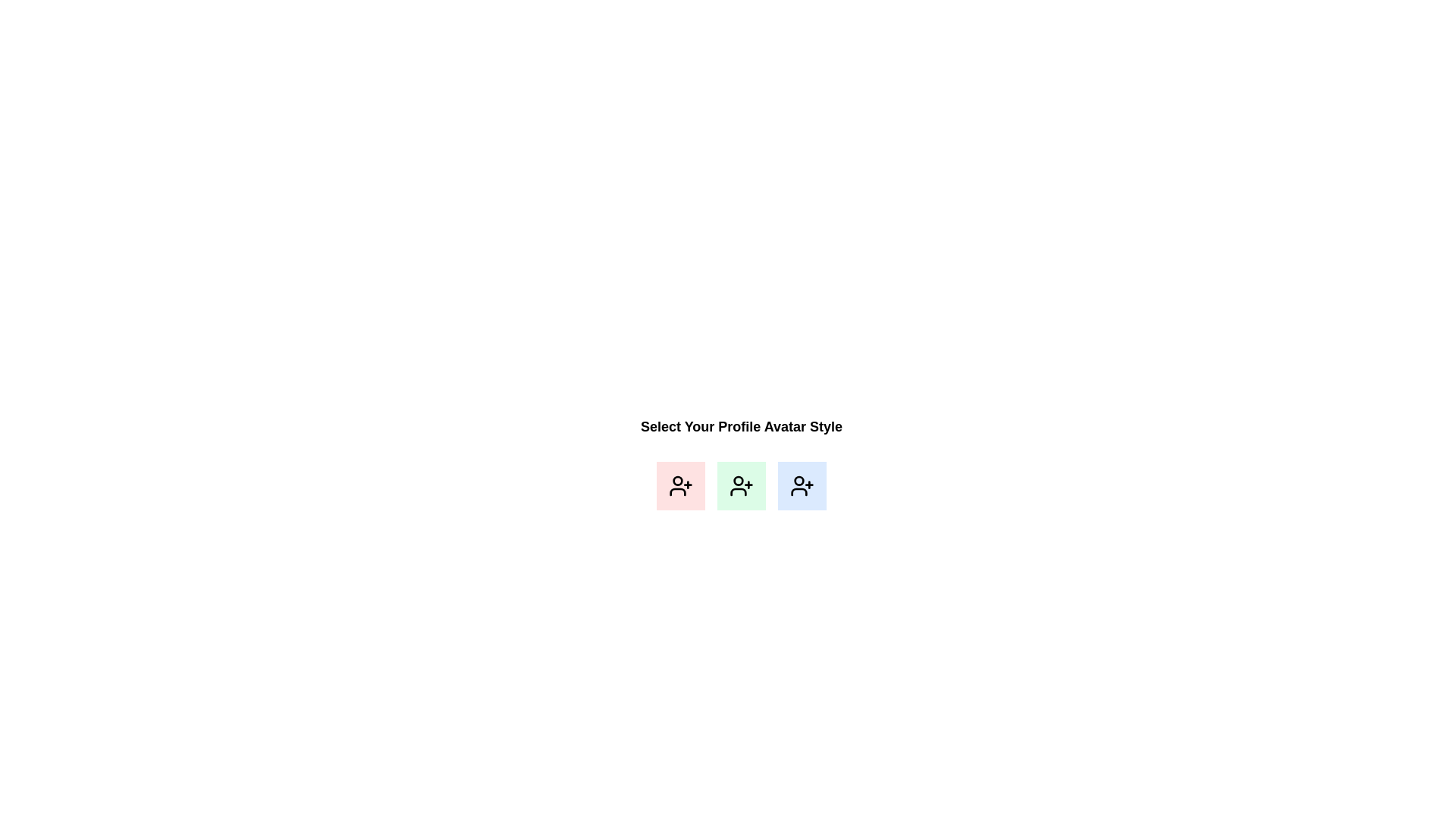  What do you see at coordinates (742, 485) in the screenshot?
I see `the icon representing the action to add or invite a user, located in the center of a green square button` at bounding box center [742, 485].